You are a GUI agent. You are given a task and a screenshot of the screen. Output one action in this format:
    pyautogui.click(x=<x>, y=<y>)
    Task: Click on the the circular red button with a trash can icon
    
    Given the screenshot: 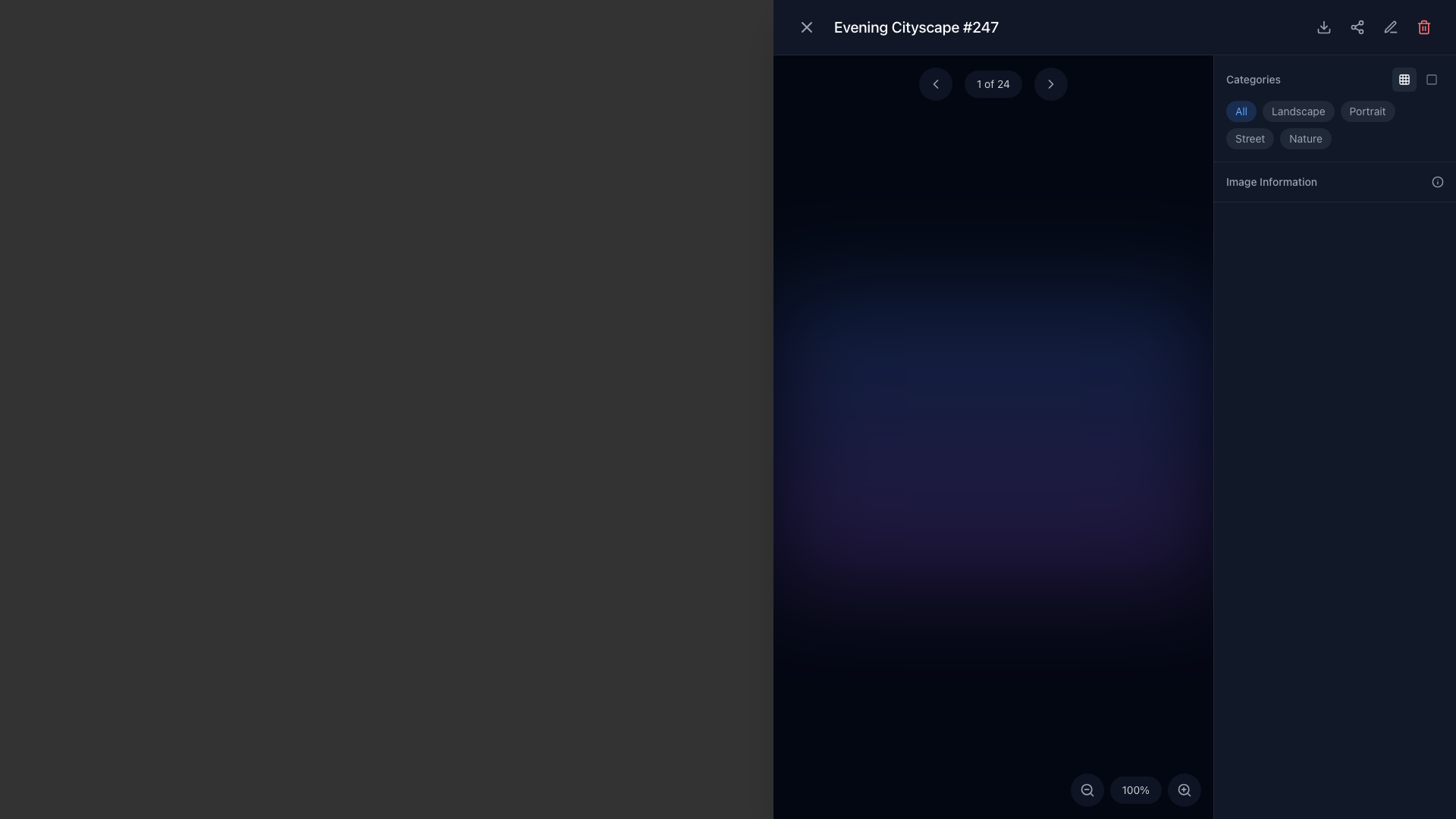 What is the action you would take?
    pyautogui.click(x=1423, y=27)
    